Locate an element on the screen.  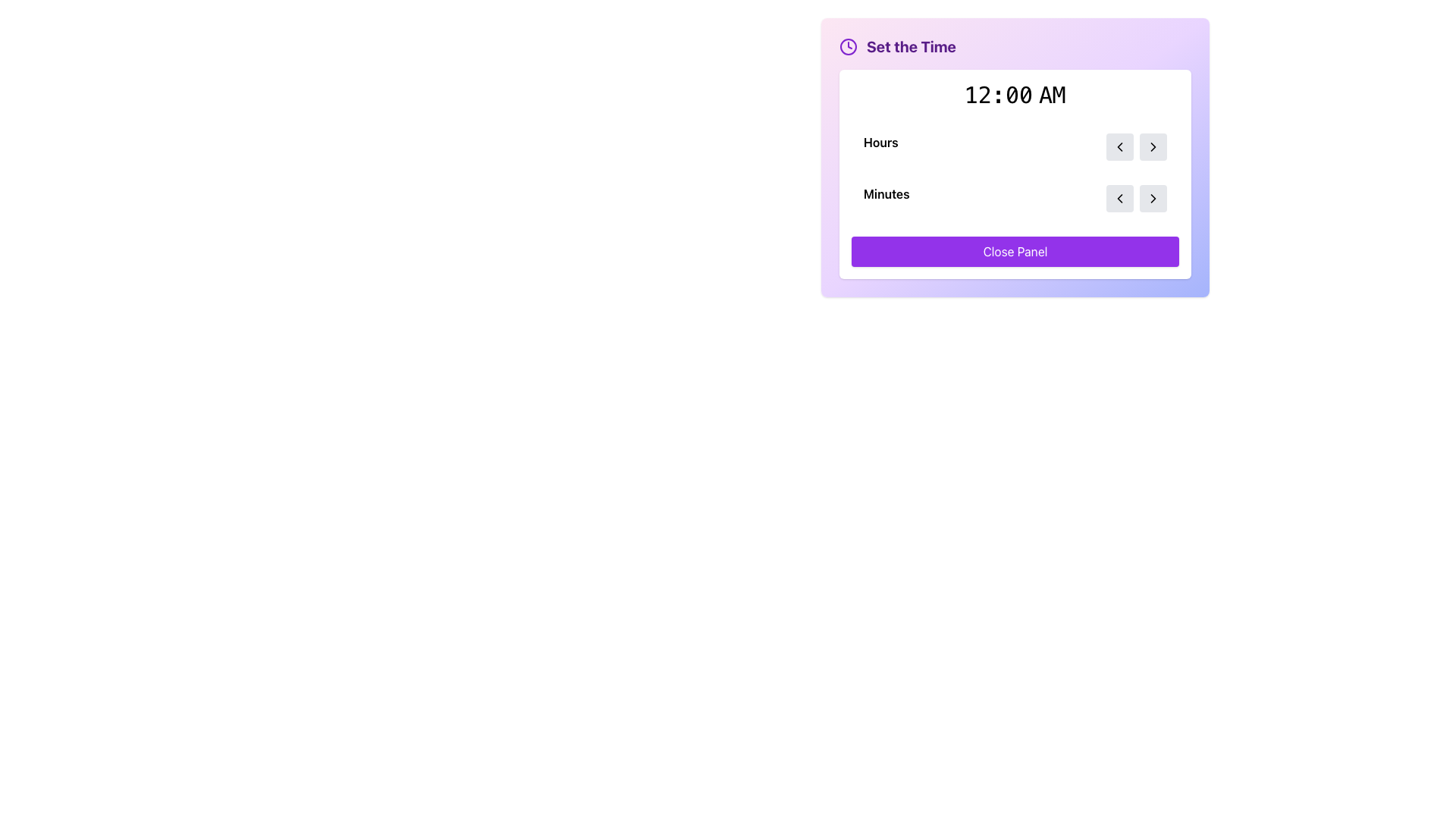
the small, rounded rectangular button with a light gray background that contains a right-pointing chevron icon, located to the right of a pair of buttons in the time-setting panel, aligned with the 'Hours' label is located at coordinates (1153, 146).